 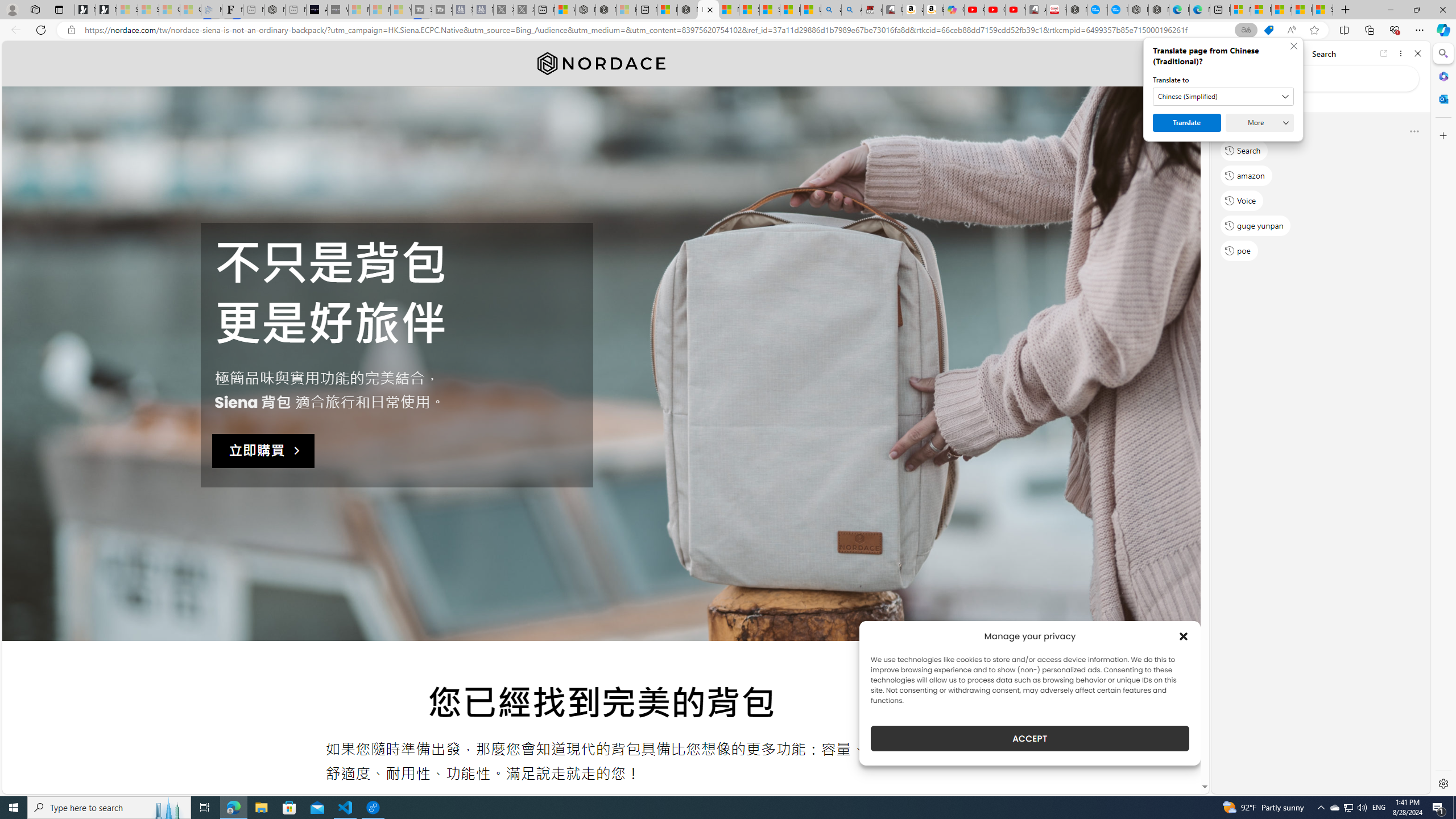 I want to click on 'Web scope', so click(x=1230, y=102).